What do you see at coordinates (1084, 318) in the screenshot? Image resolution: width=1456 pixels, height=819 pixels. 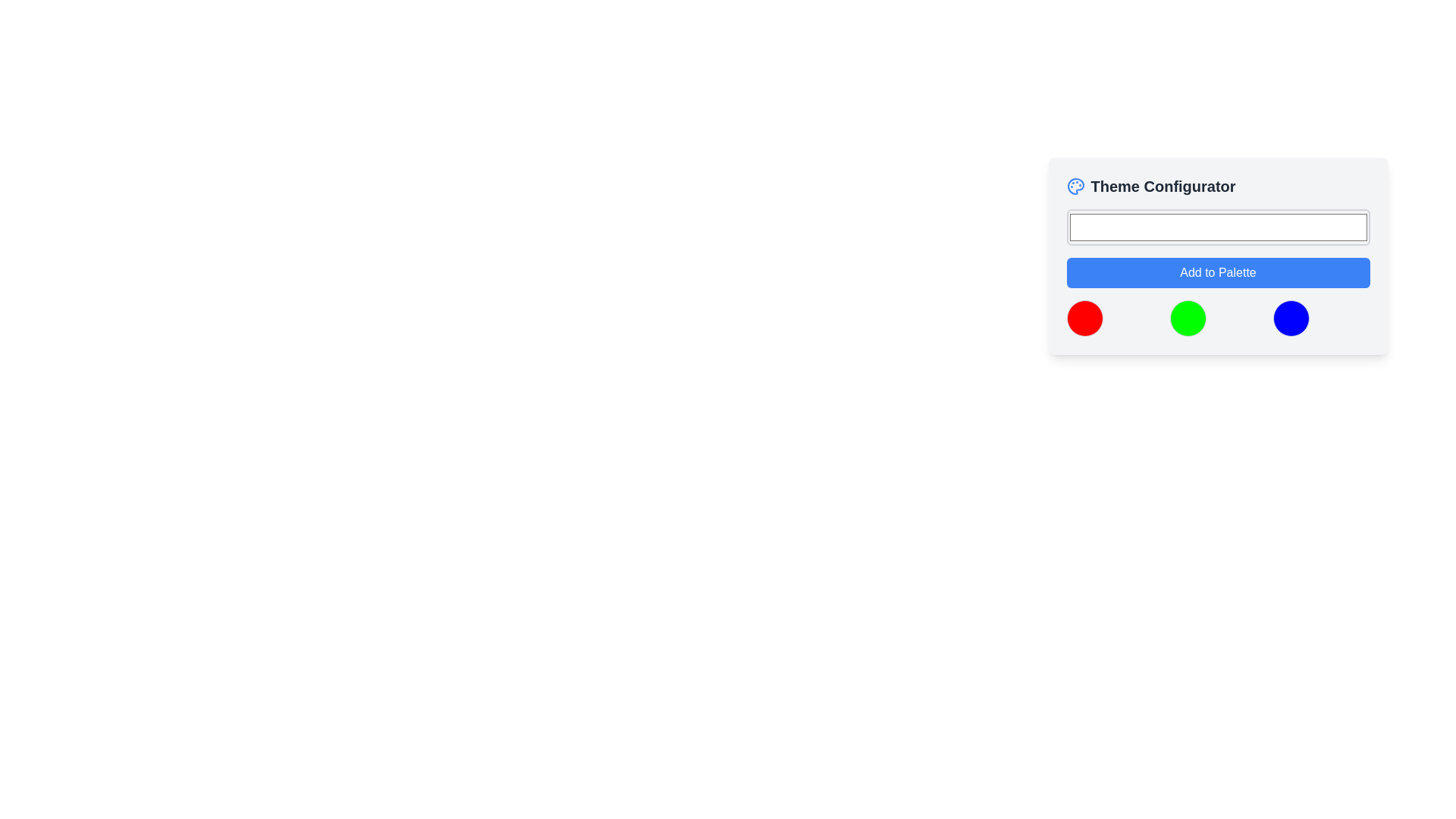 I see `the first circular button with a bright red background and gray border` at bounding box center [1084, 318].